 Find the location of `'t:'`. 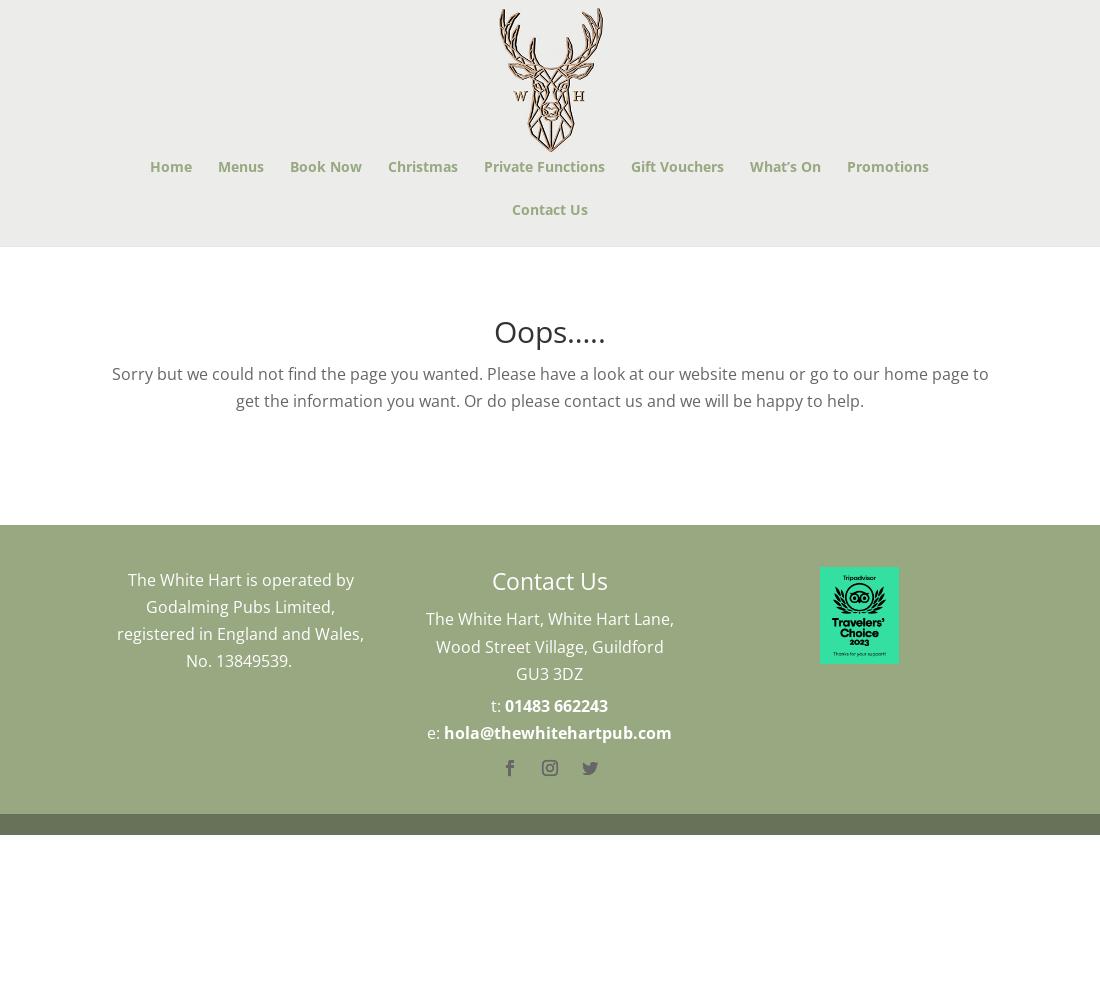

't:' is located at coordinates (497, 705).